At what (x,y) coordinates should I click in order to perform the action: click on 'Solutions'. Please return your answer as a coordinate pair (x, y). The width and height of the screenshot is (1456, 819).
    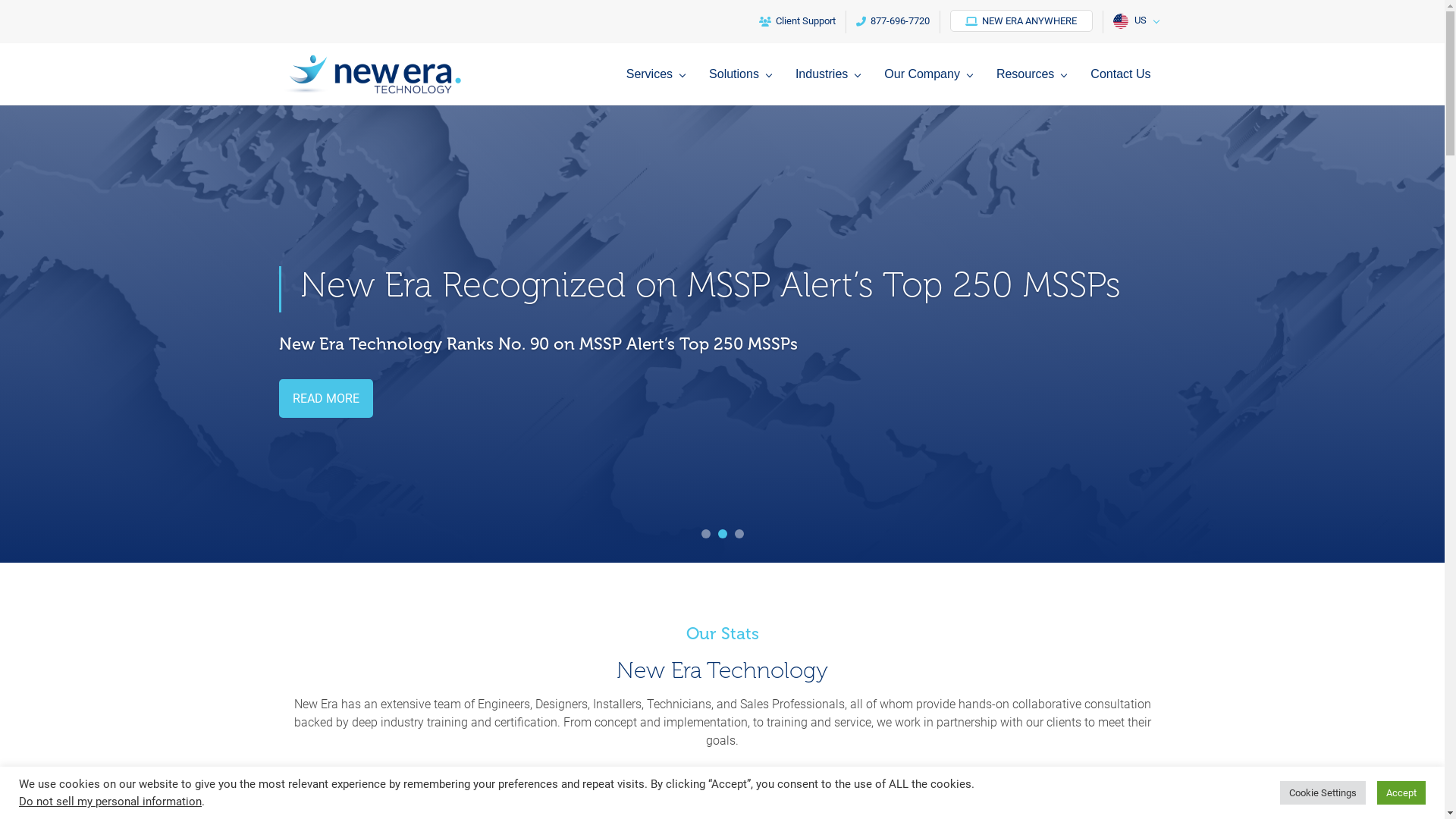
    Looking at the image, I should click on (743, 86).